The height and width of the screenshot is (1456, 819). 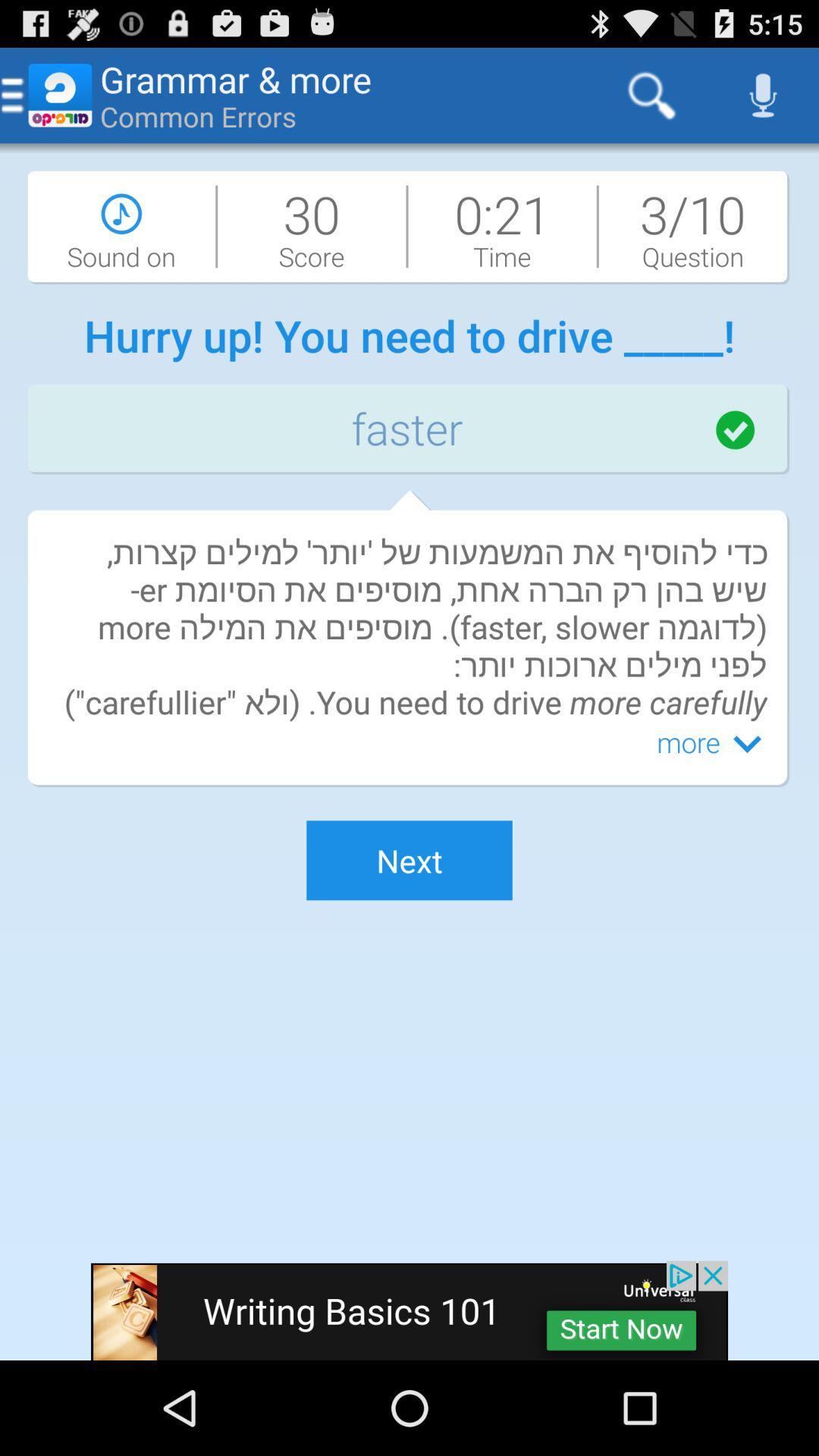 I want to click on advertisement, so click(x=409, y=1310).